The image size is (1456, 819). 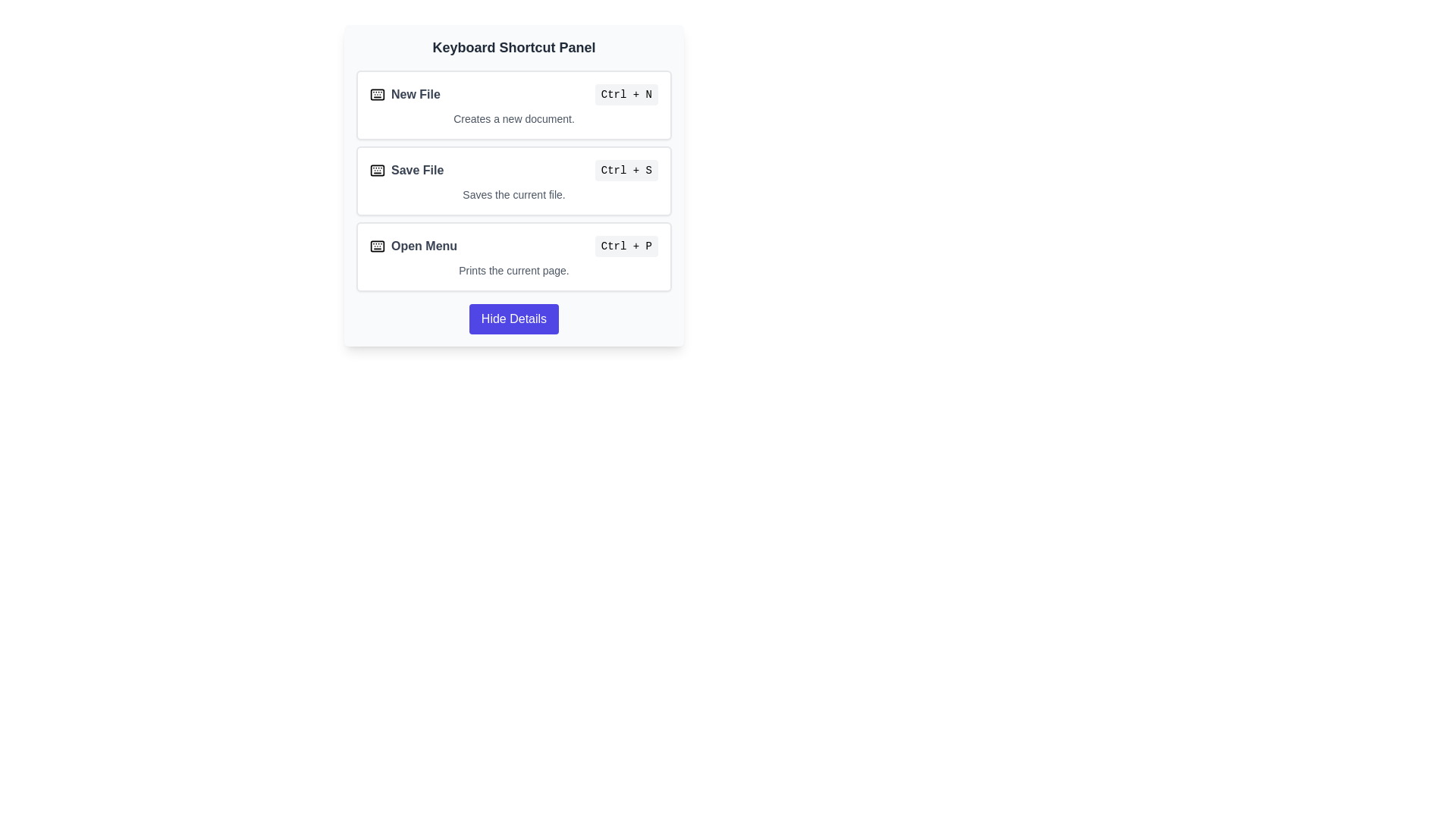 I want to click on the 'Save File' label, which features a distinct text label and a keyboard icon, located in the 'Keyboard Shortcut Panel', so click(x=406, y=170).